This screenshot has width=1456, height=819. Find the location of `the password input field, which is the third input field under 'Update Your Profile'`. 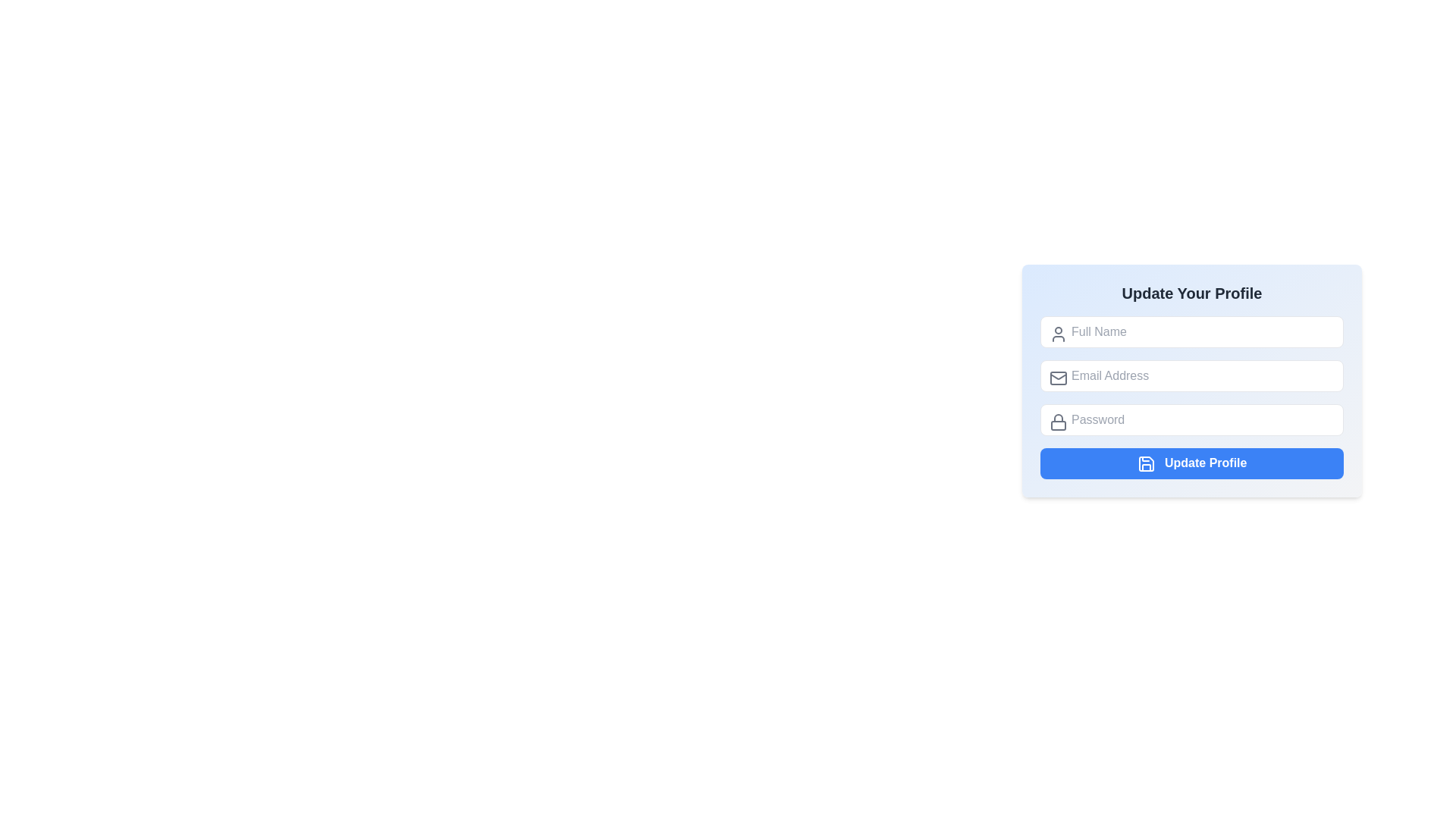

the password input field, which is the third input field under 'Update Your Profile' is located at coordinates (1191, 420).